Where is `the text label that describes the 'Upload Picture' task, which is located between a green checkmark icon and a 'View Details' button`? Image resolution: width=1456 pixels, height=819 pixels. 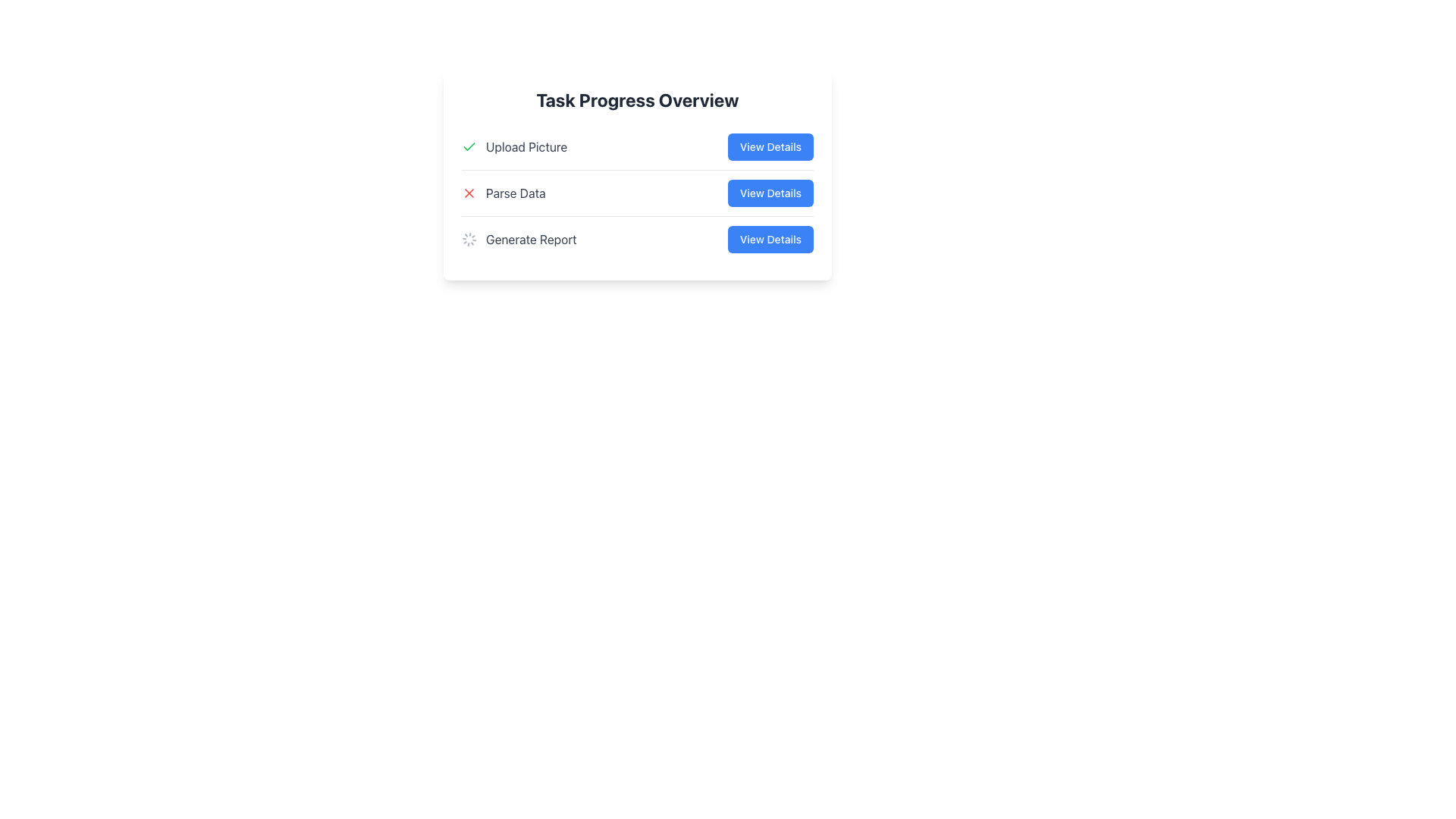
the text label that describes the 'Upload Picture' task, which is located between a green checkmark icon and a 'View Details' button is located at coordinates (526, 146).